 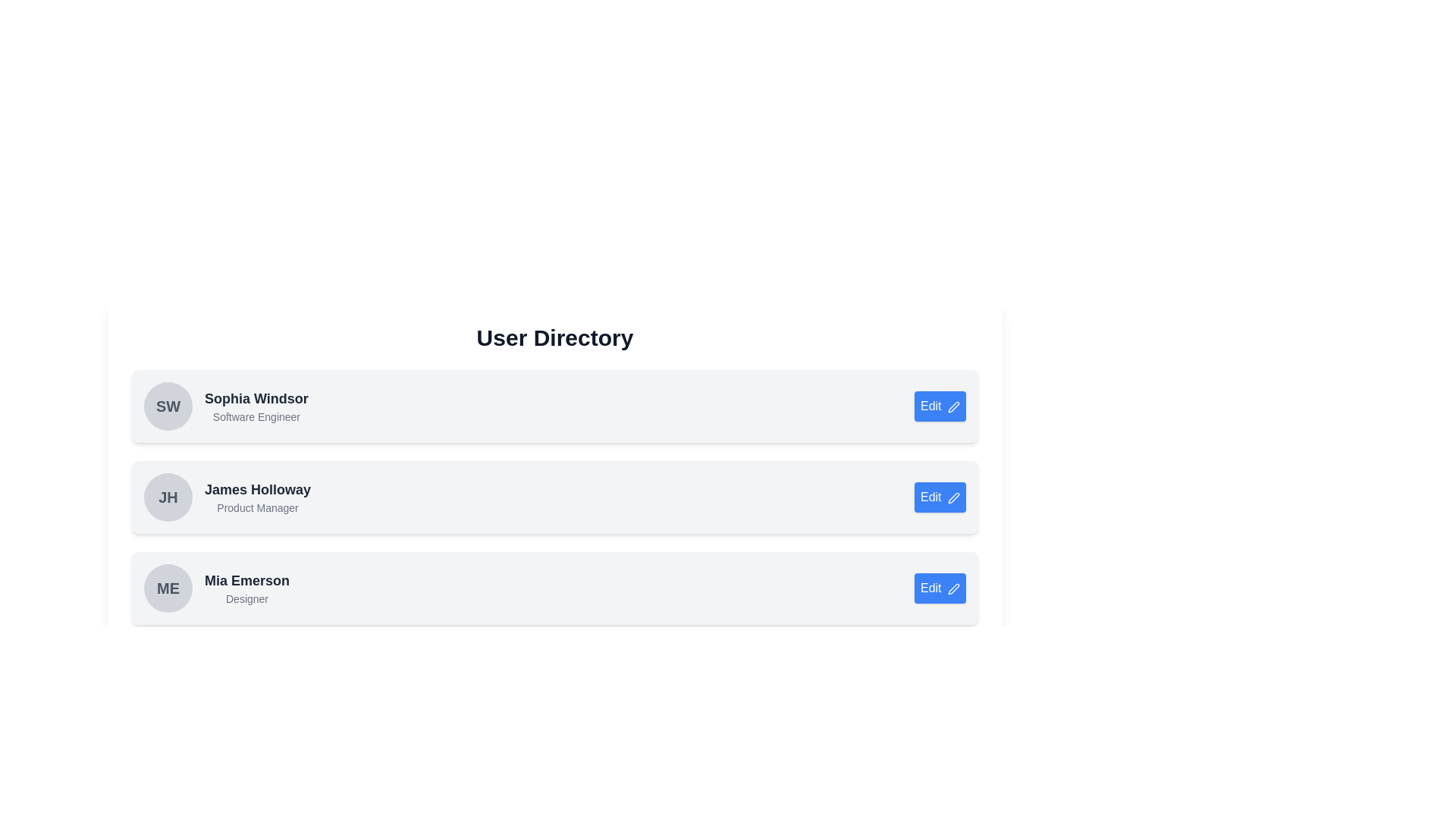 What do you see at coordinates (247, 587) in the screenshot?
I see `the text element displaying 'Mia Emerson' and 'Designer' located in the User Directory, positioned to the right of the avatar labeled 'ME'` at bounding box center [247, 587].